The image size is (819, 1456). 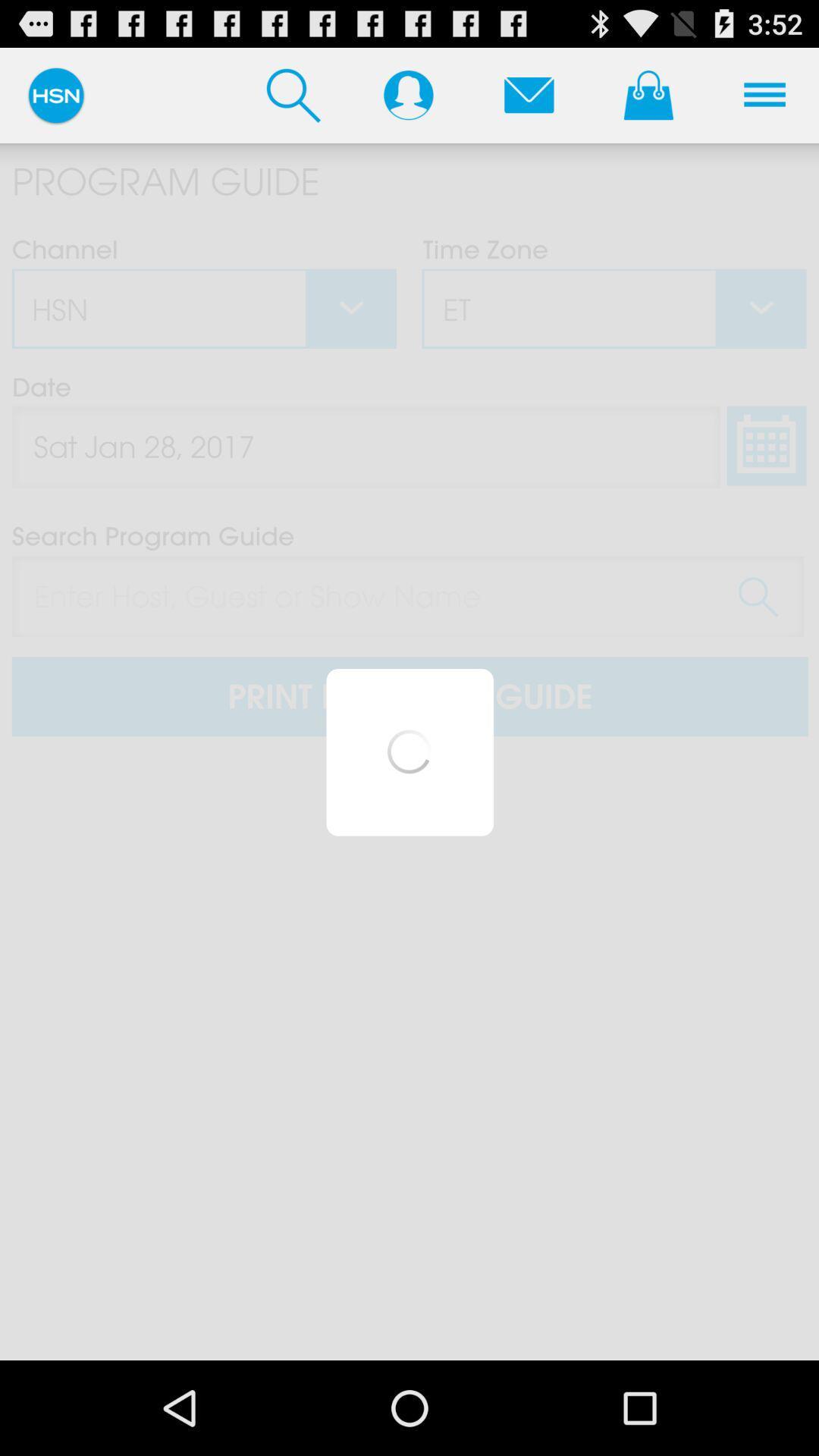 I want to click on messages page, so click(x=528, y=94).